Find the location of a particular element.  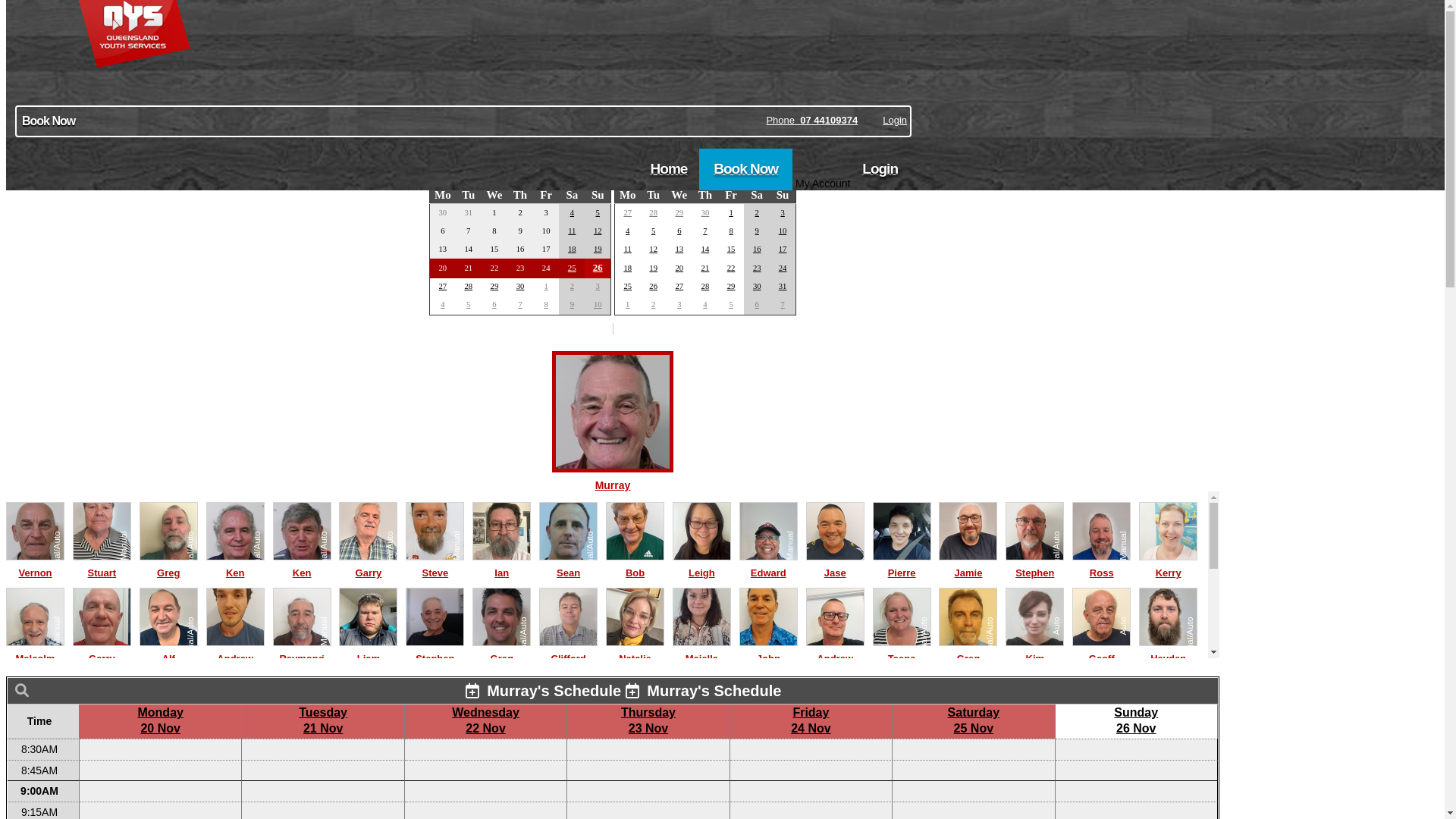

'27' is located at coordinates (627, 212).